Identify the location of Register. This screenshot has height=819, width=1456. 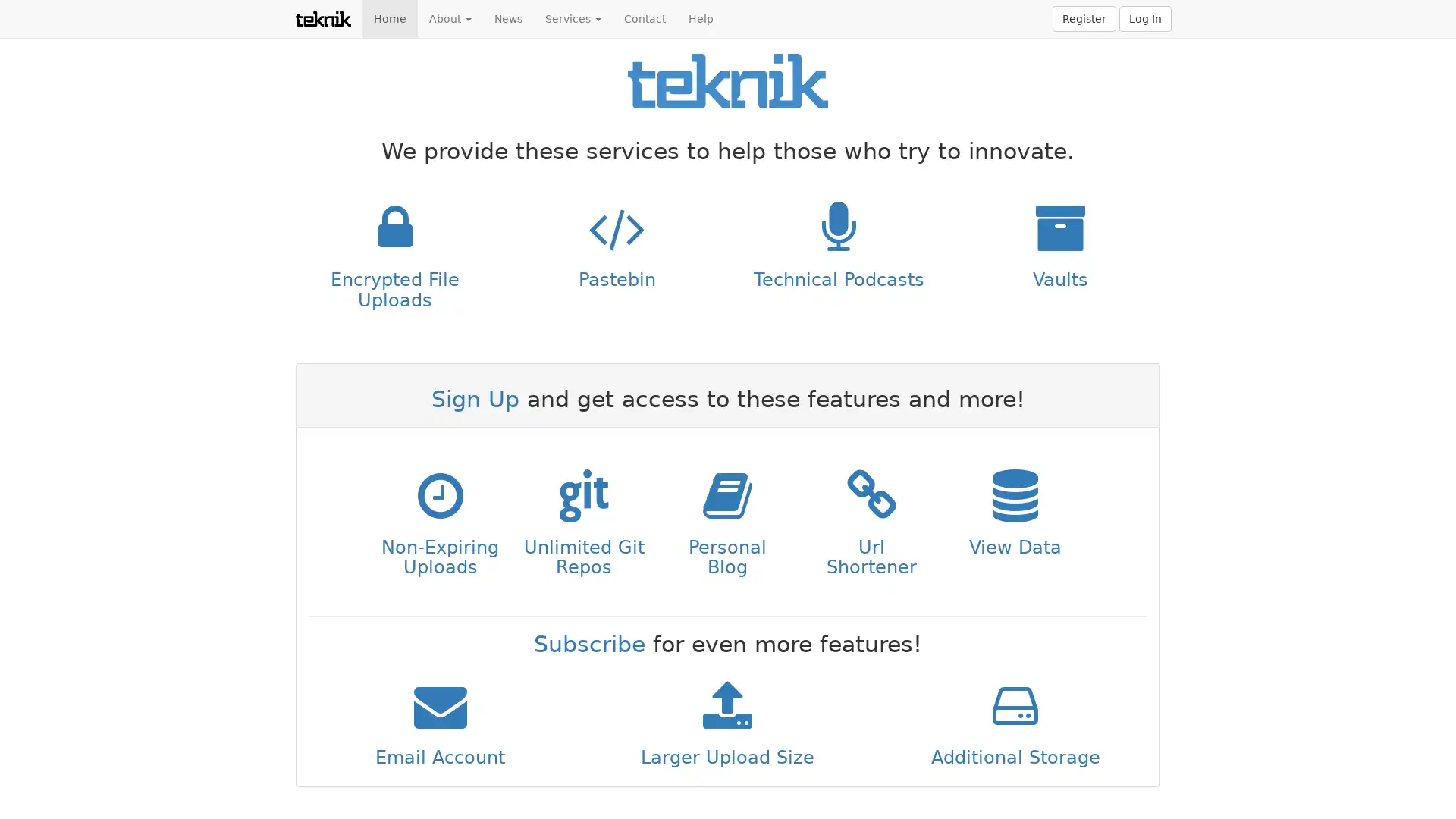
(1084, 18).